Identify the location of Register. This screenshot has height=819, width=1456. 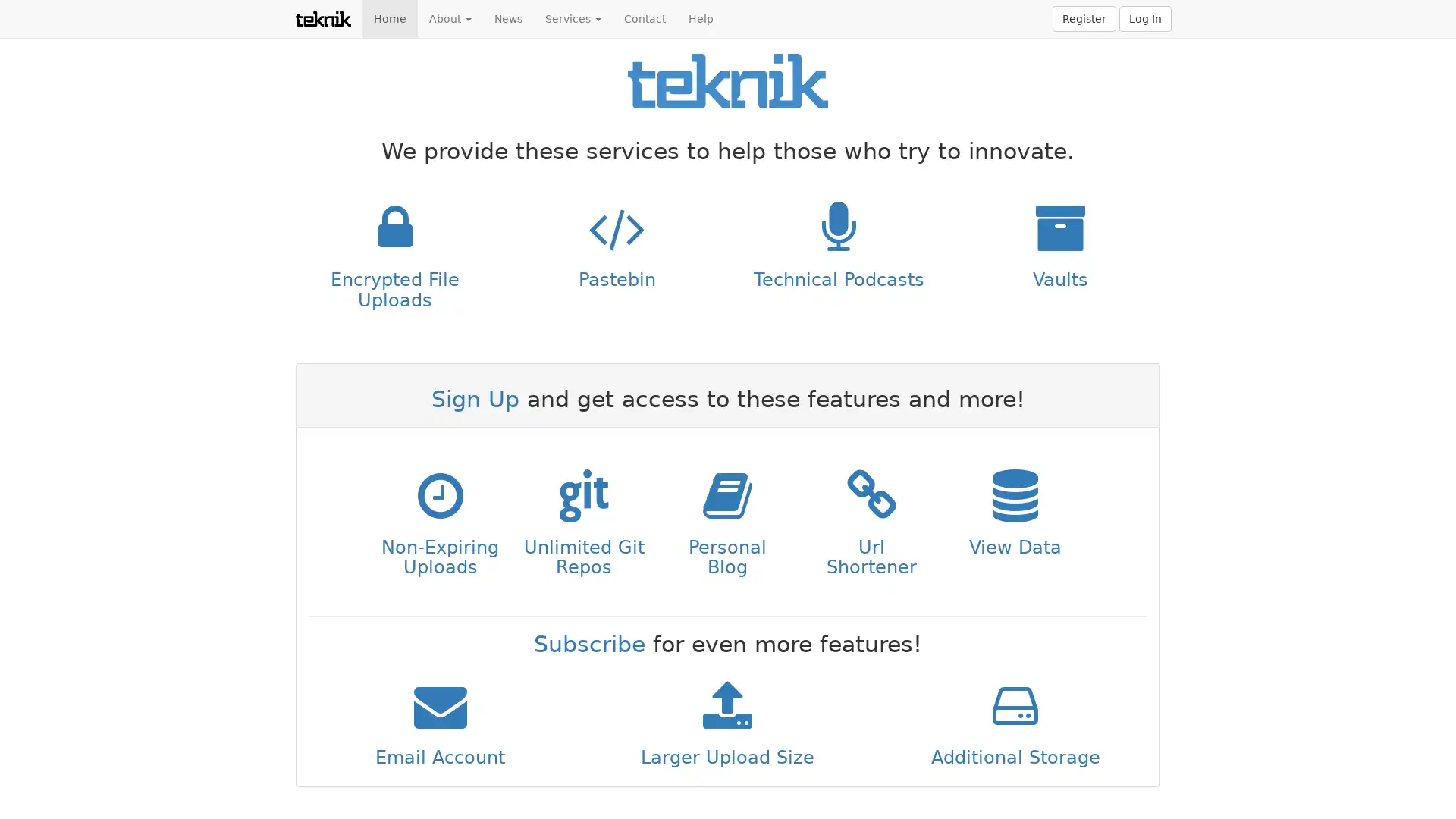
(1084, 18).